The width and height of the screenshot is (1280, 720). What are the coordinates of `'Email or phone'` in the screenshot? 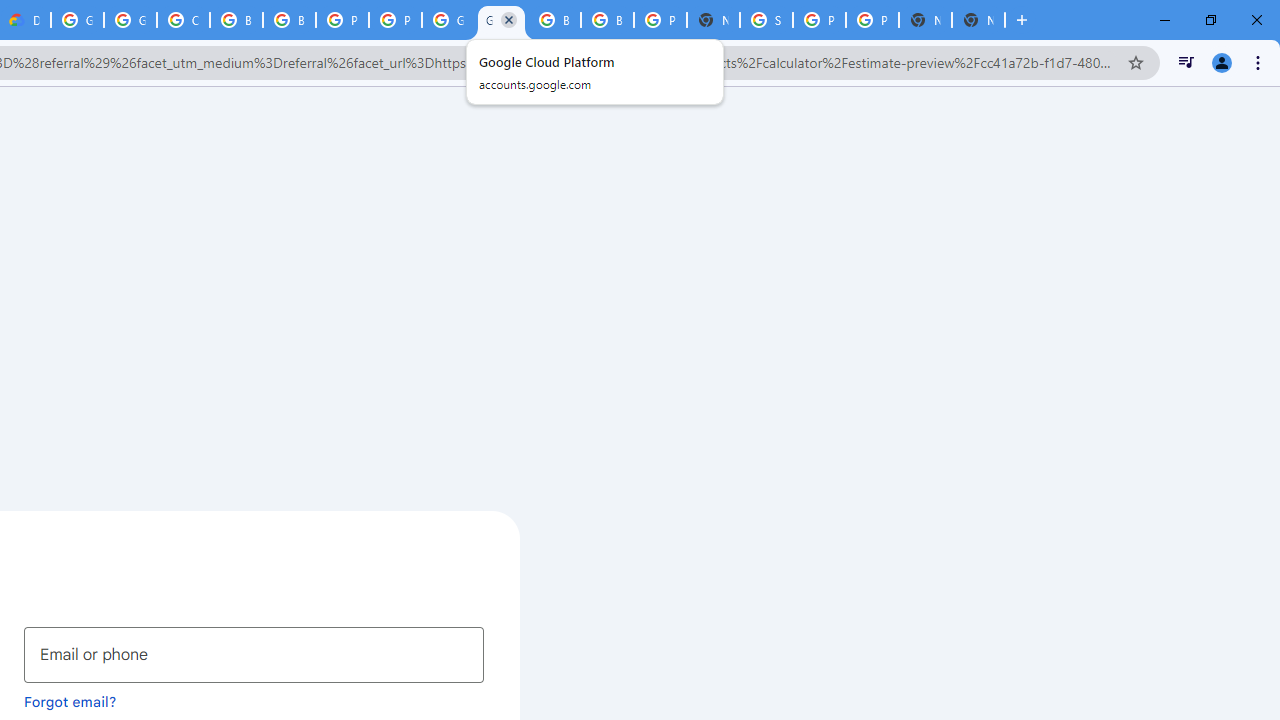 It's located at (253, 654).